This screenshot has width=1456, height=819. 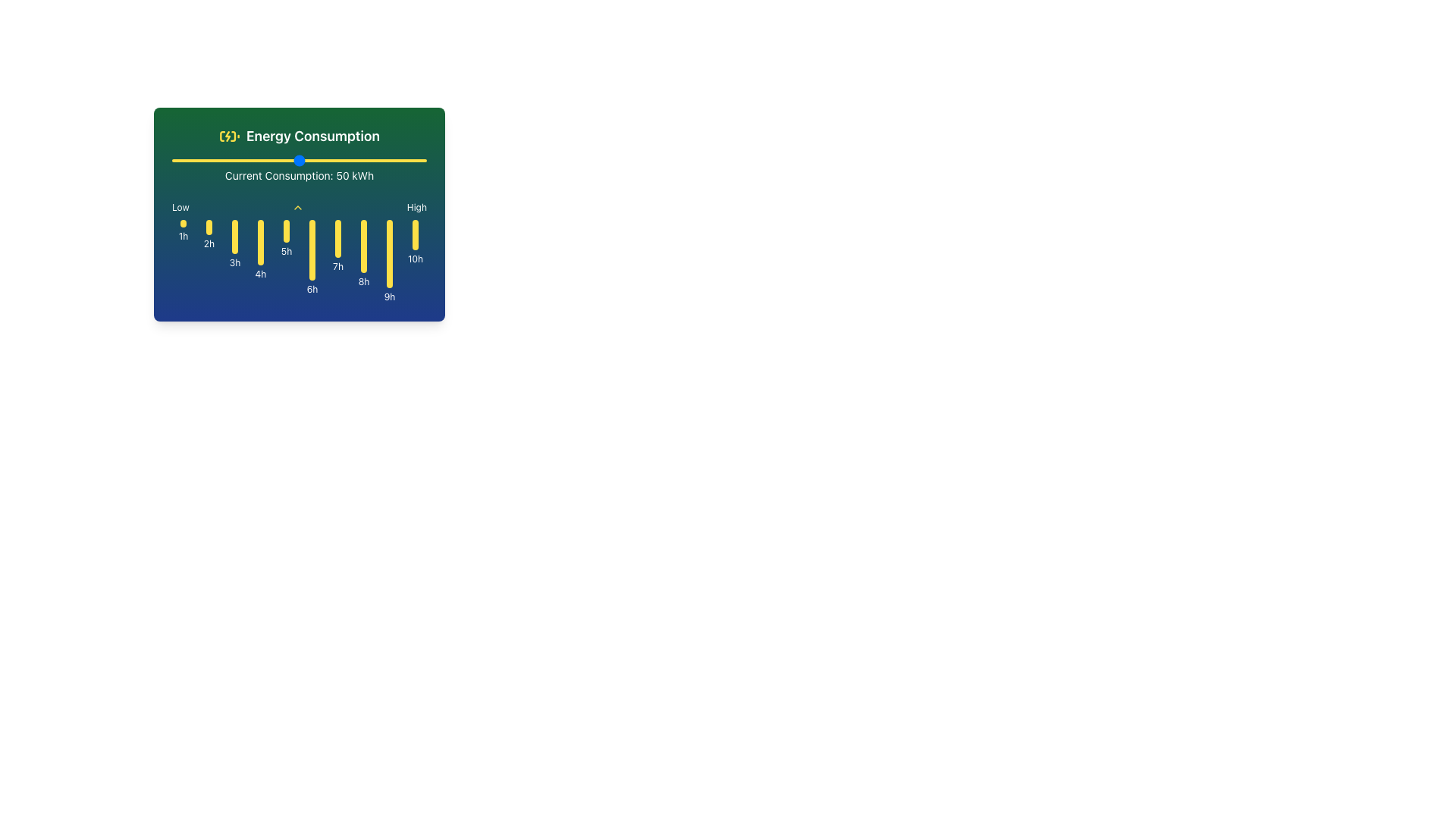 What do you see at coordinates (362, 161) in the screenshot?
I see `current consumption` at bounding box center [362, 161].